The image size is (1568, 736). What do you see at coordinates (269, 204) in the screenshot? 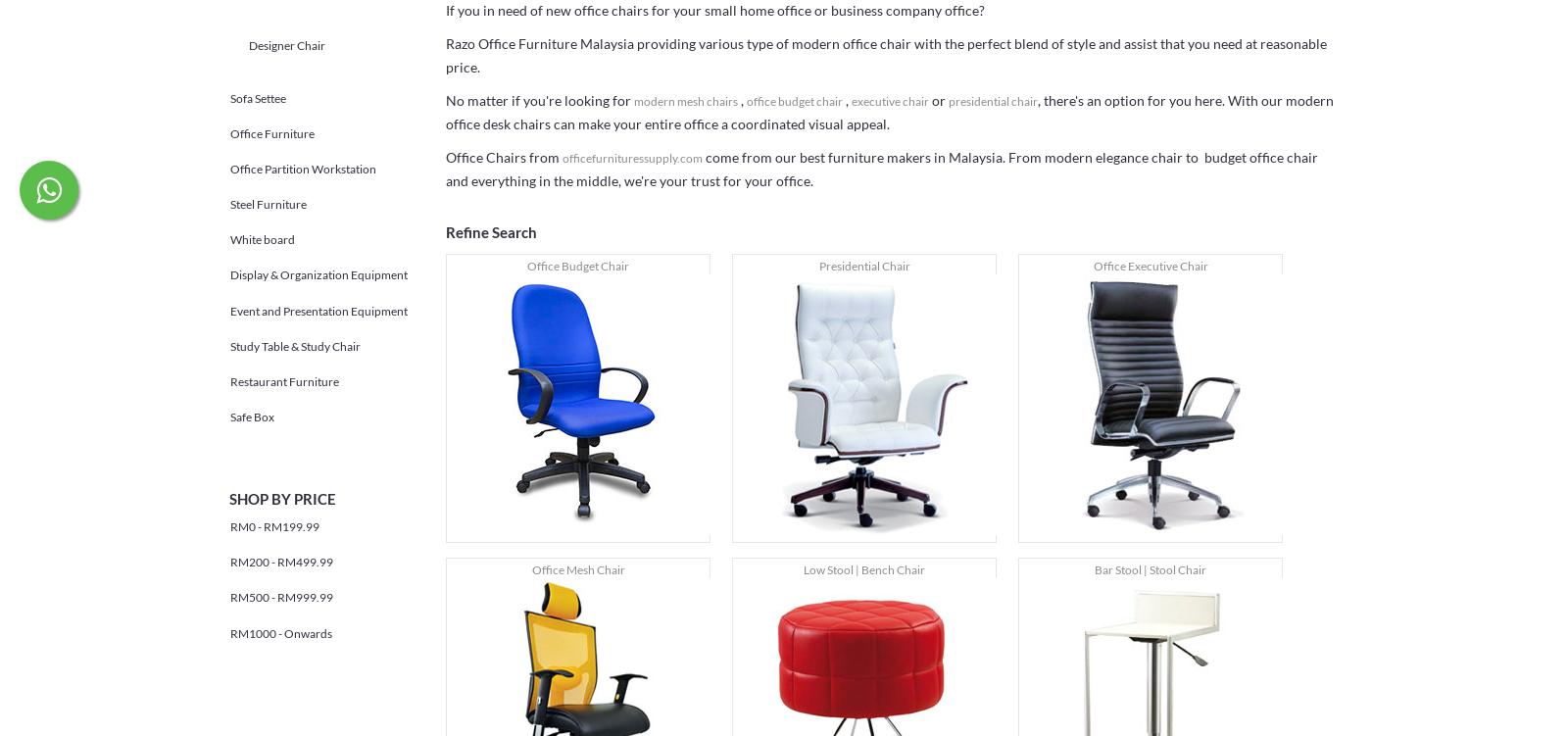
I see `'Steel Furniture'` at bounding box center [269, 204].